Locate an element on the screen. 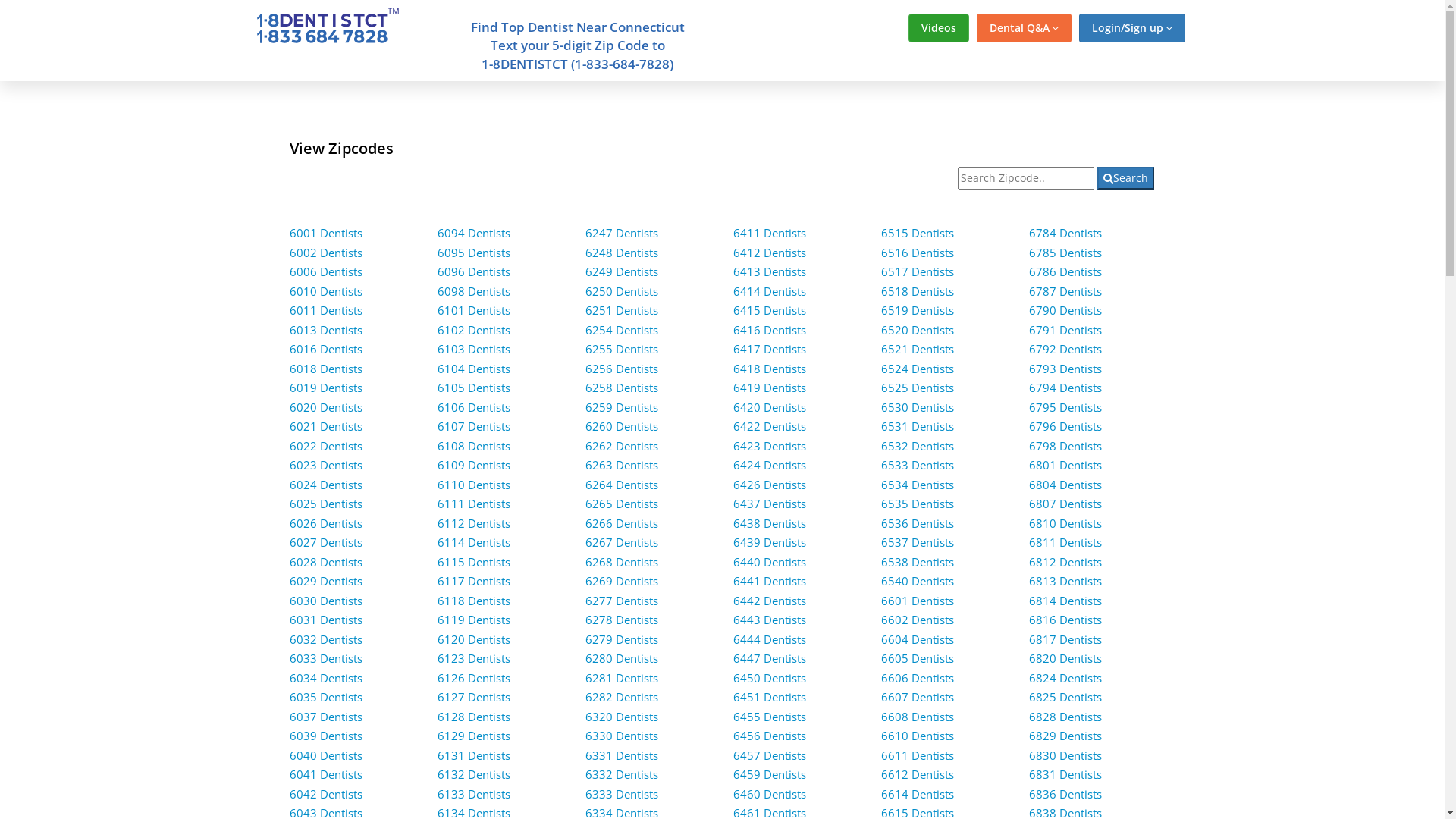 The image size is (1456, 819). '6820 Dentists' is located at coordinates (1029, 657).